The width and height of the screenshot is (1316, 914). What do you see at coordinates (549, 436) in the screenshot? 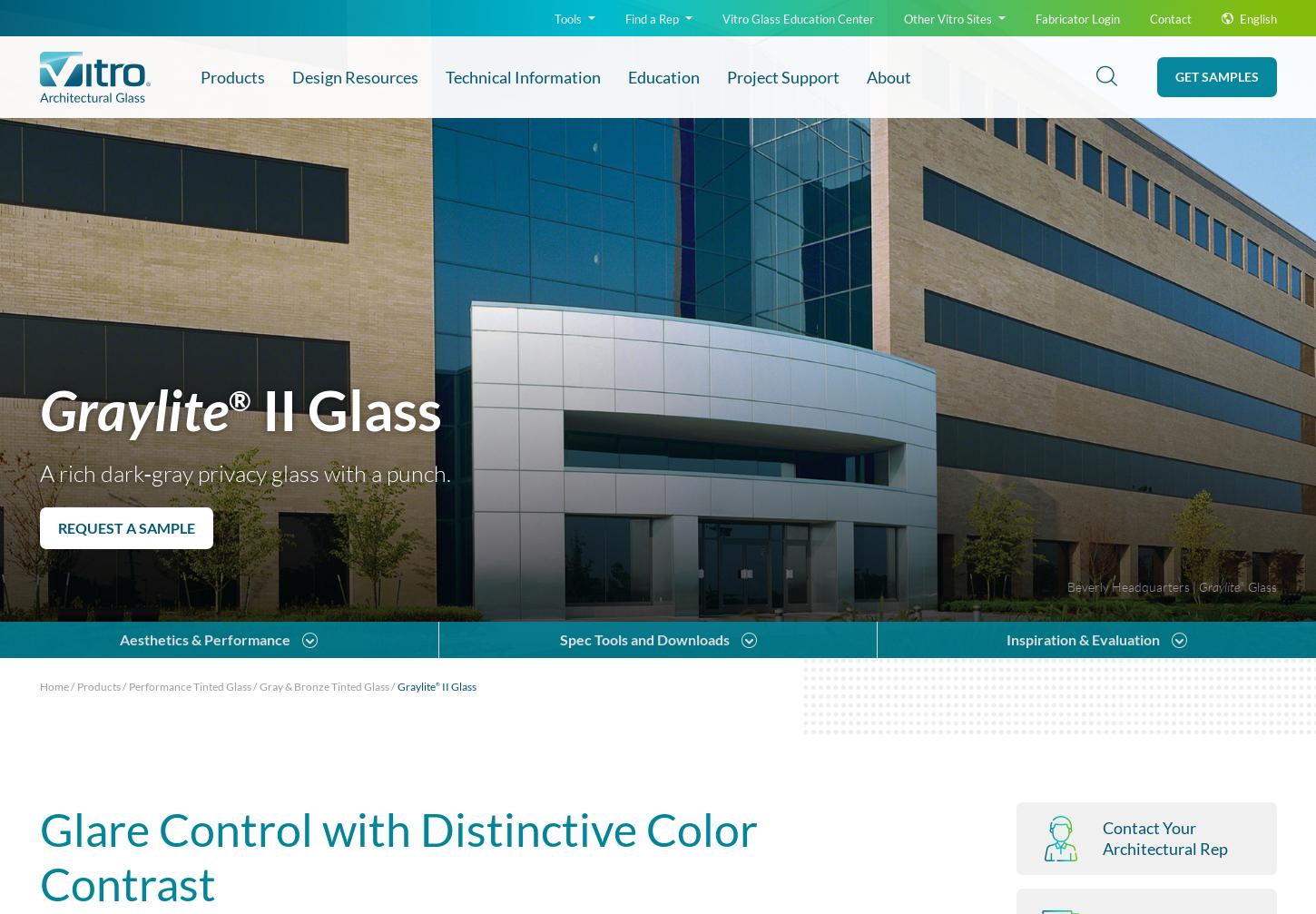
I see `'Long-Form Specification'` at bounding box center [549, 436].